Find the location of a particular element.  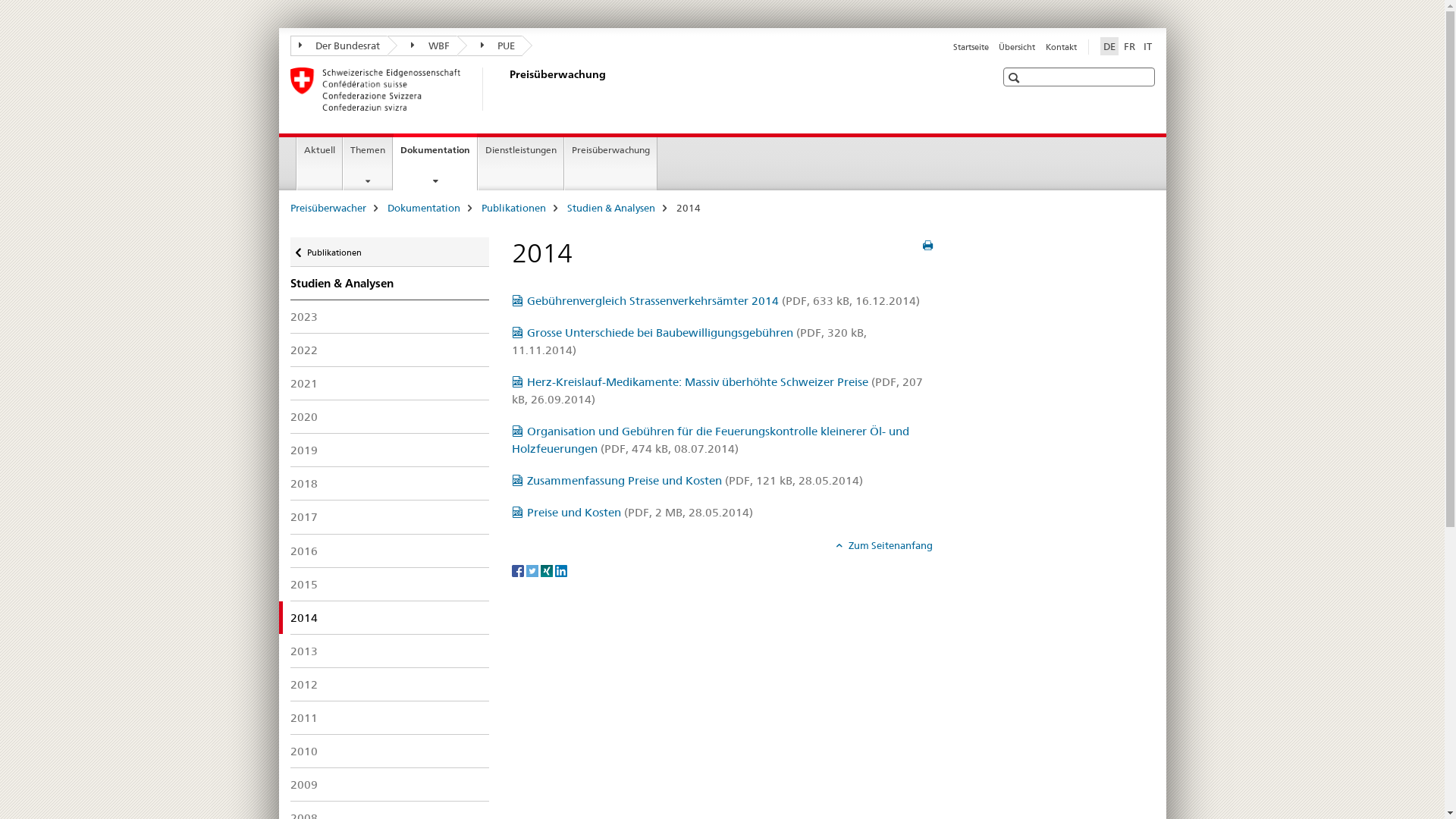

'Kontakt' is located at coordinates (1059, 45).